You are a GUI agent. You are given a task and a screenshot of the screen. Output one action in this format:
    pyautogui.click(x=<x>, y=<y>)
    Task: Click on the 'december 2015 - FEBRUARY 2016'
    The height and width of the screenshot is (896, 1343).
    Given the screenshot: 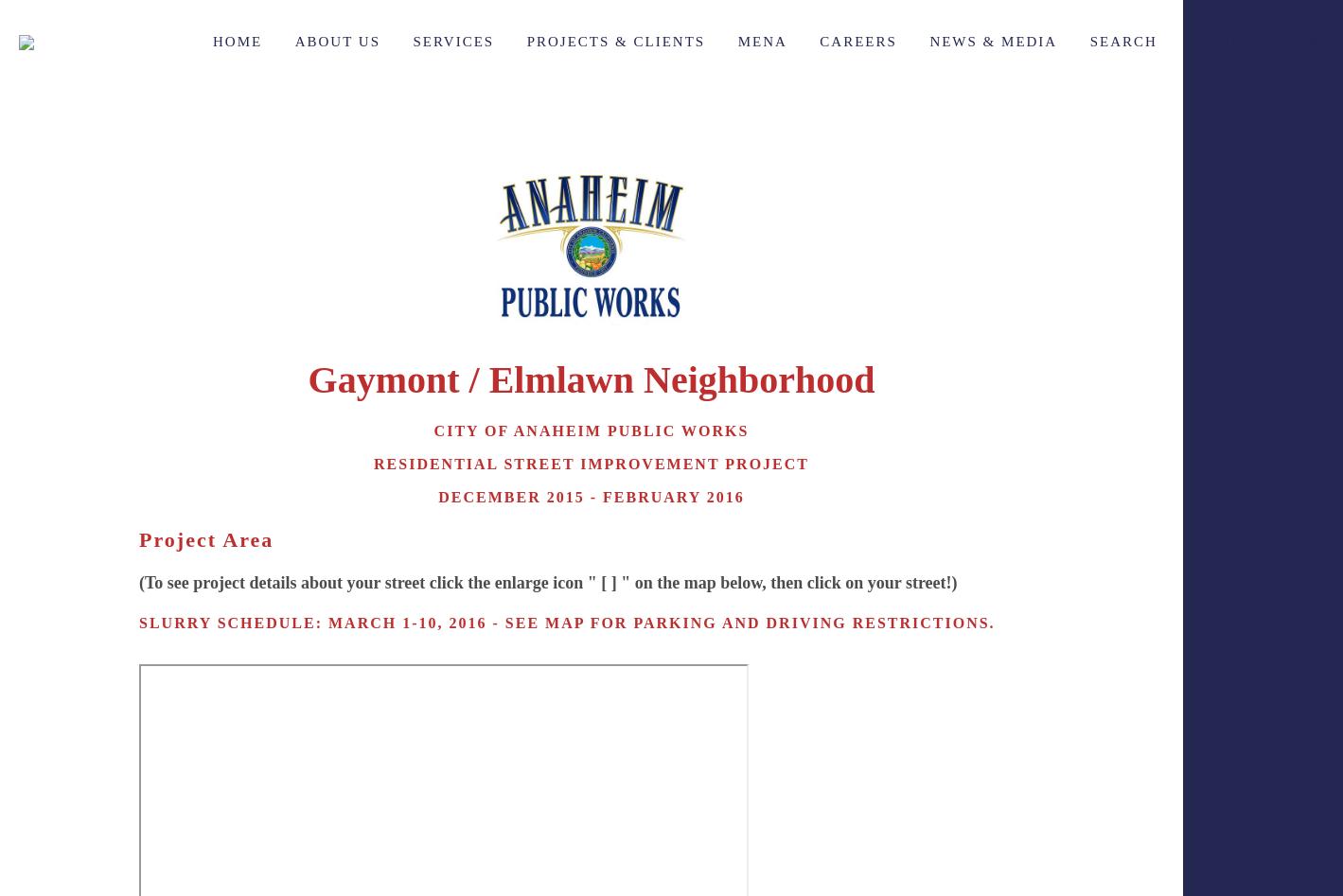 What is the action you would take?
    pyautogui.click(x=437, y=496)
    